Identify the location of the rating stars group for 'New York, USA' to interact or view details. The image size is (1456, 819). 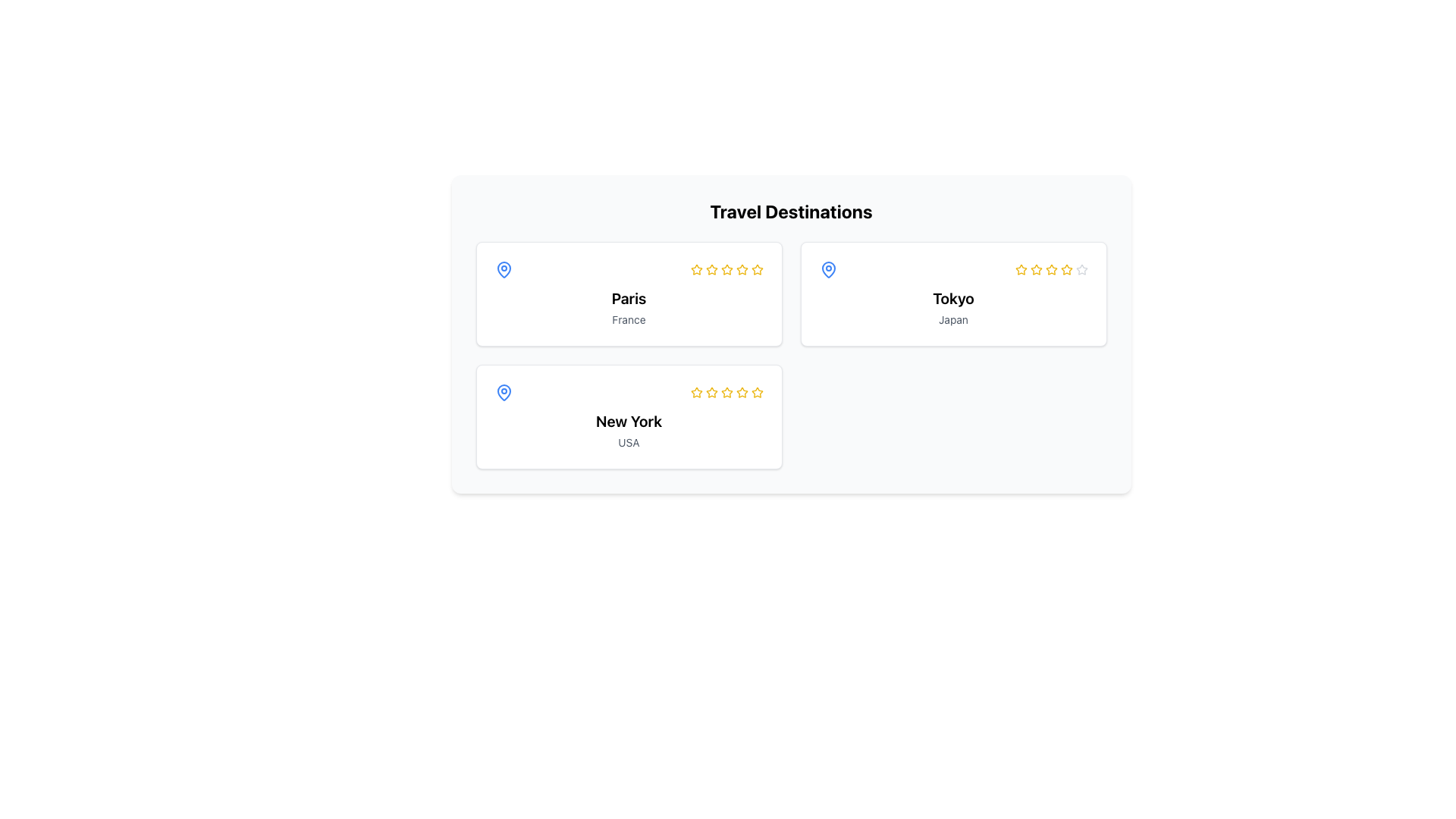
(726, 391).